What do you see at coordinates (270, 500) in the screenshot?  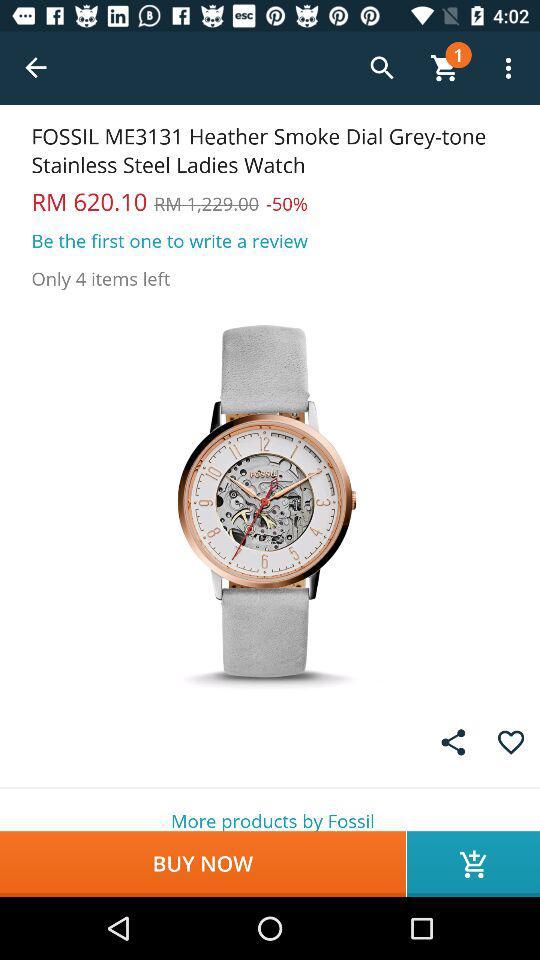 I see `item below the only 4 items icon` at bounding box center [270, 500].